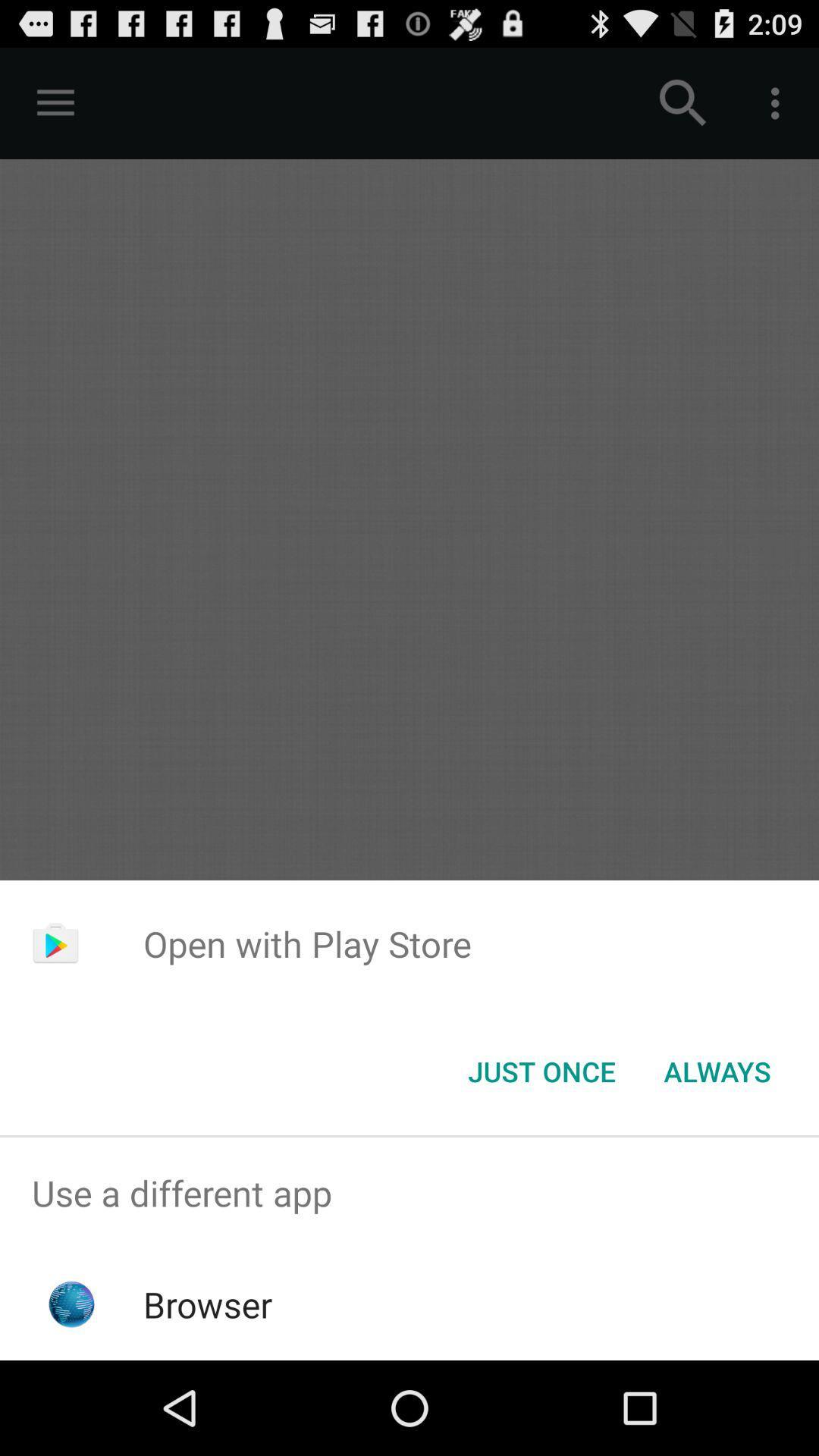 The image size is (819, 1456). I want to click on just once icon, so click(541, 1070).